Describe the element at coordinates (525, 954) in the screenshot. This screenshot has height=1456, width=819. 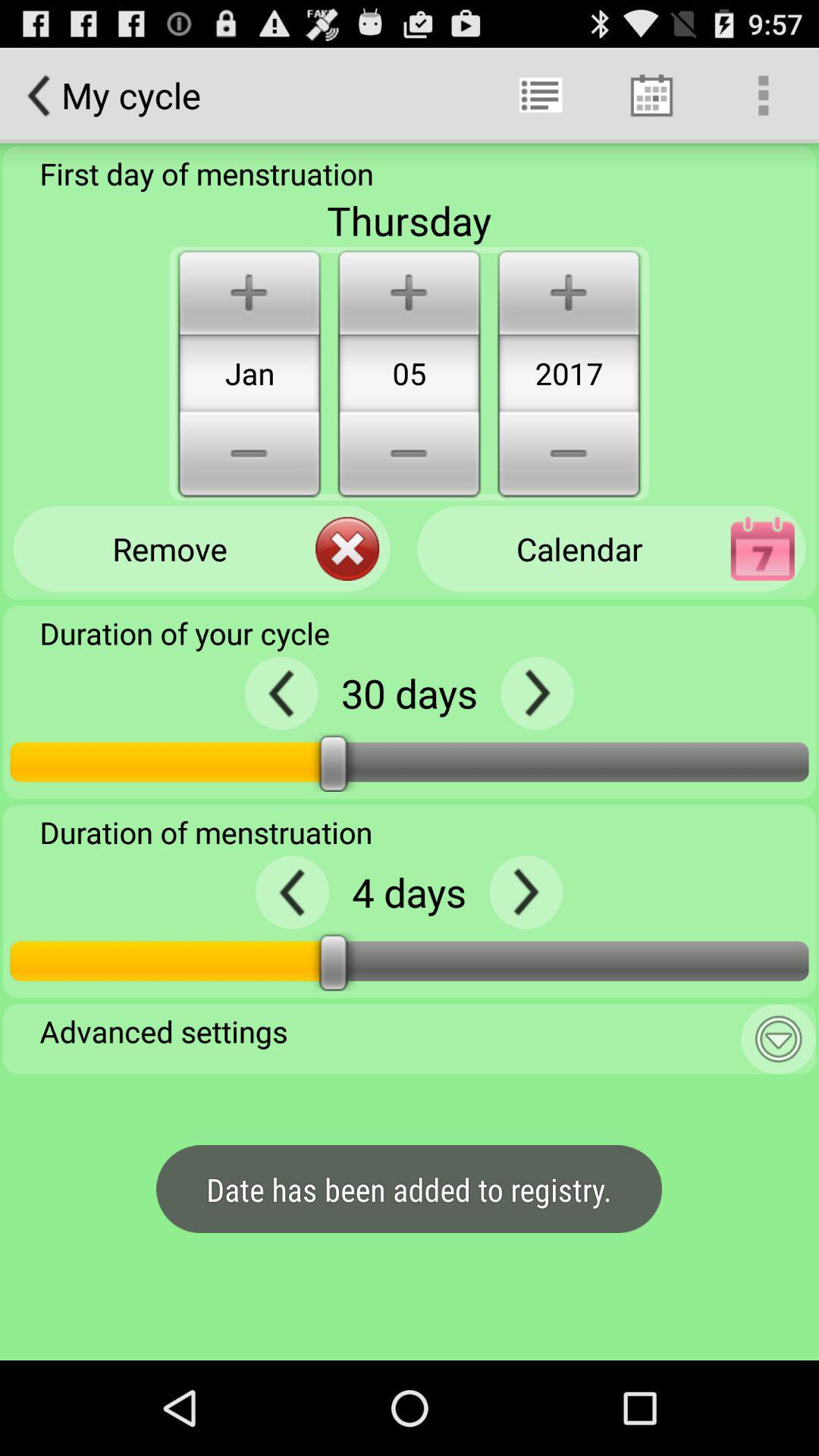
I see `the arrow_forward icon` at that location.